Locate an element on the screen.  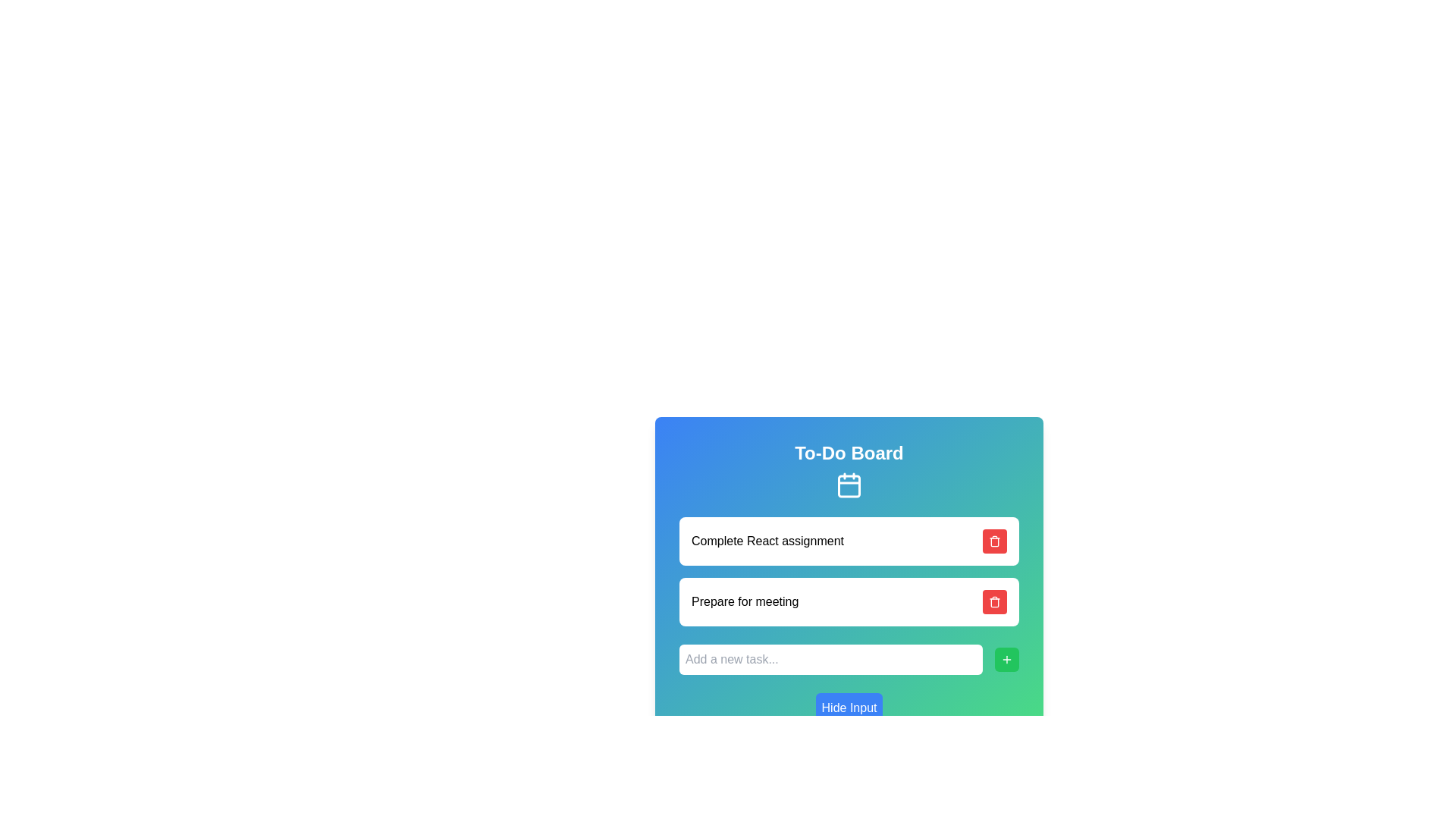
the button at the bottom of the card interface to hide the input field above it is located at coordinates (848, 708).